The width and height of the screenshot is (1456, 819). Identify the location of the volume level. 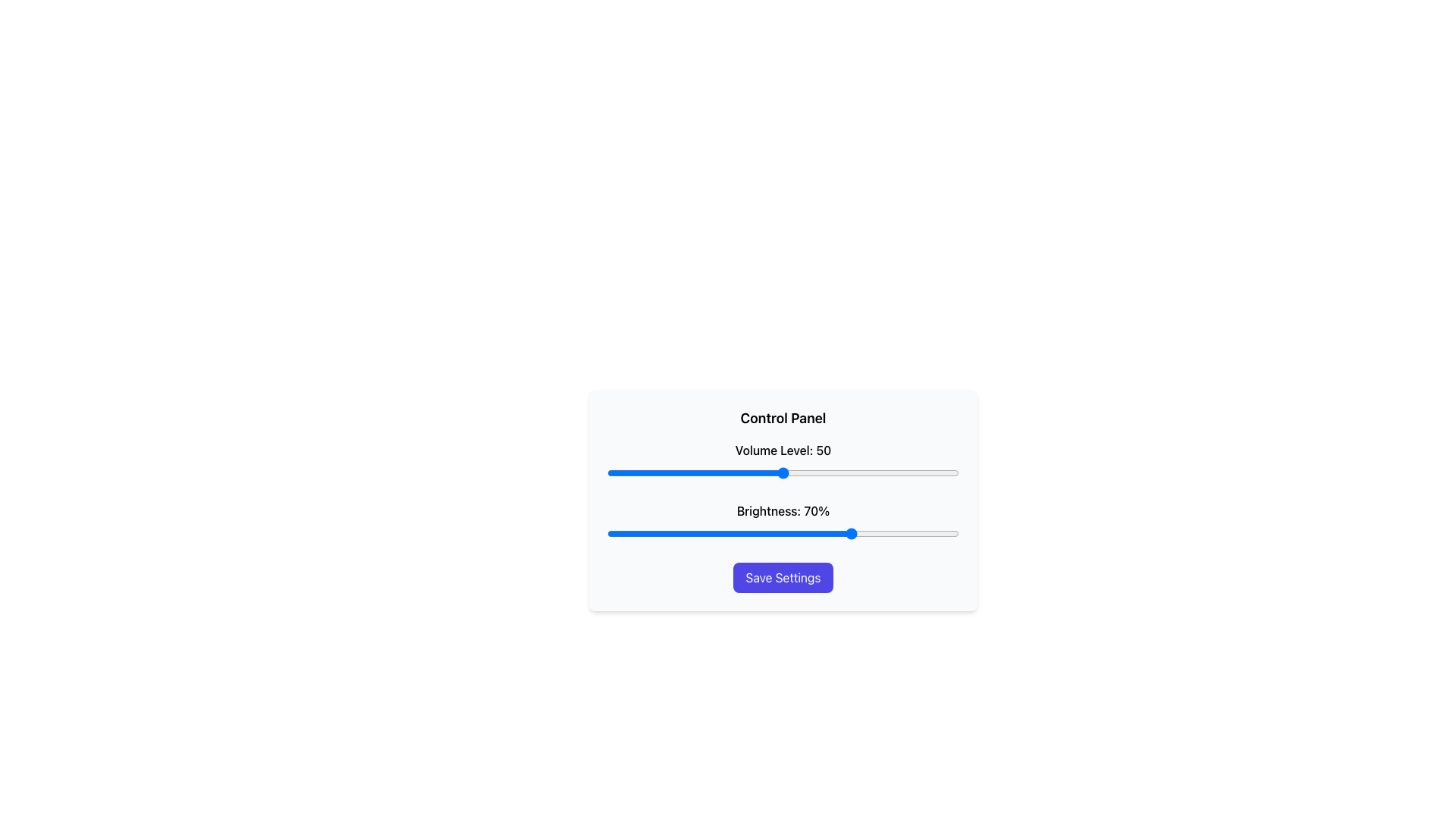
(653, 472).